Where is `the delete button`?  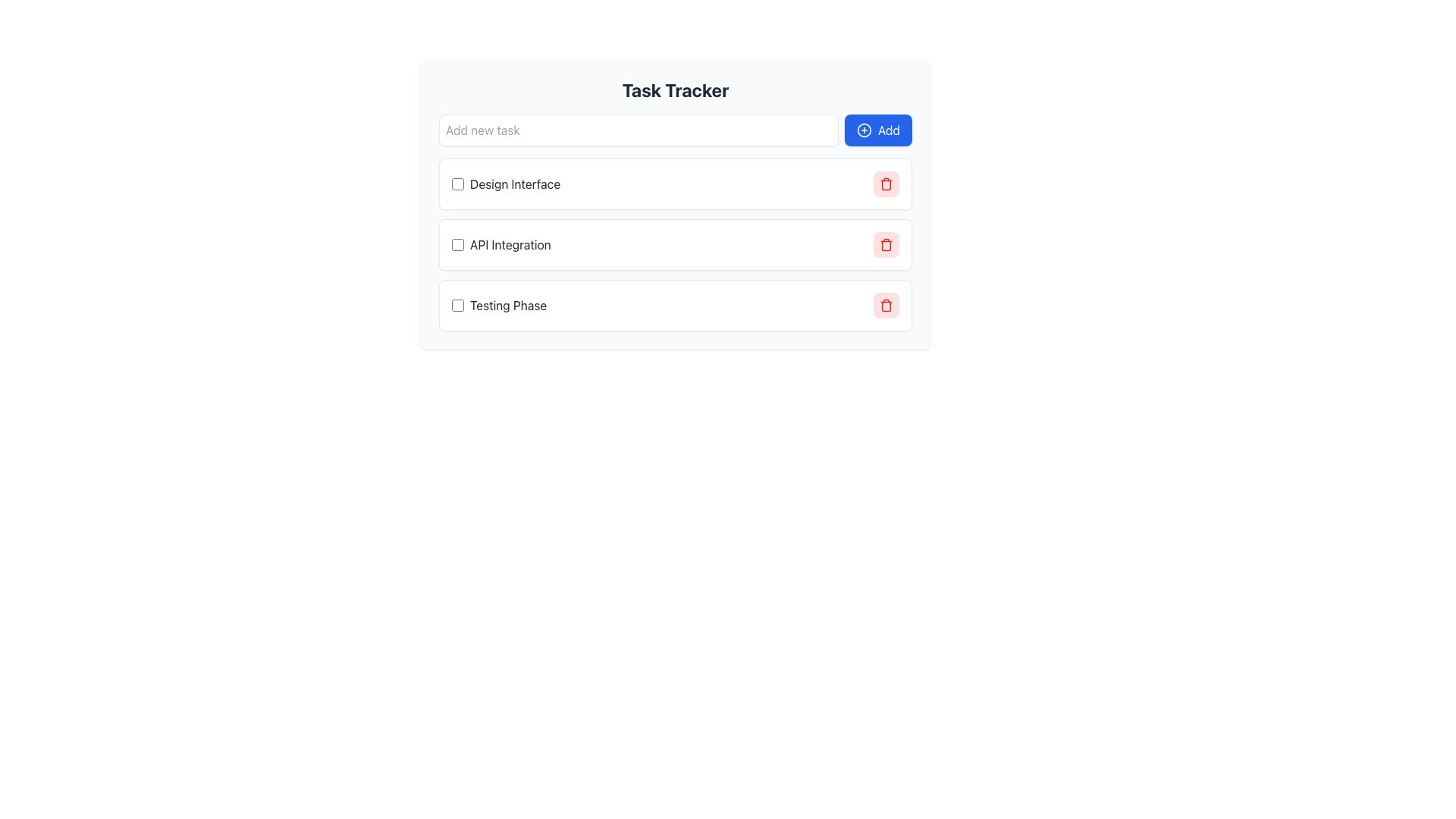
the delete button is located at coordinates (886, 184).